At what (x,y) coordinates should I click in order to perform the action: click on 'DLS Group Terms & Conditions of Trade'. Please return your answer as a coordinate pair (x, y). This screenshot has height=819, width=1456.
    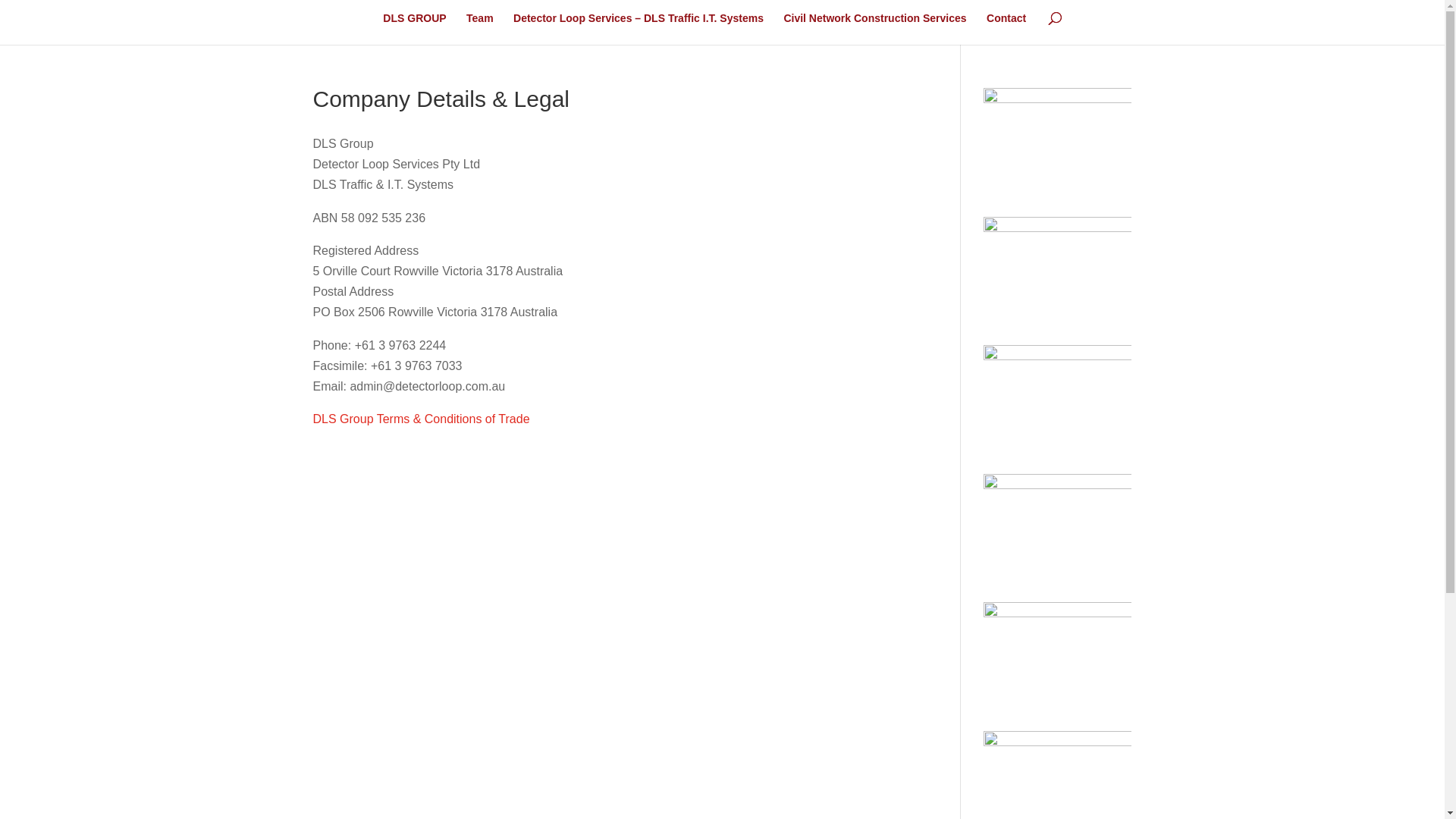
    Looking at the image, I should click on (421, 419).